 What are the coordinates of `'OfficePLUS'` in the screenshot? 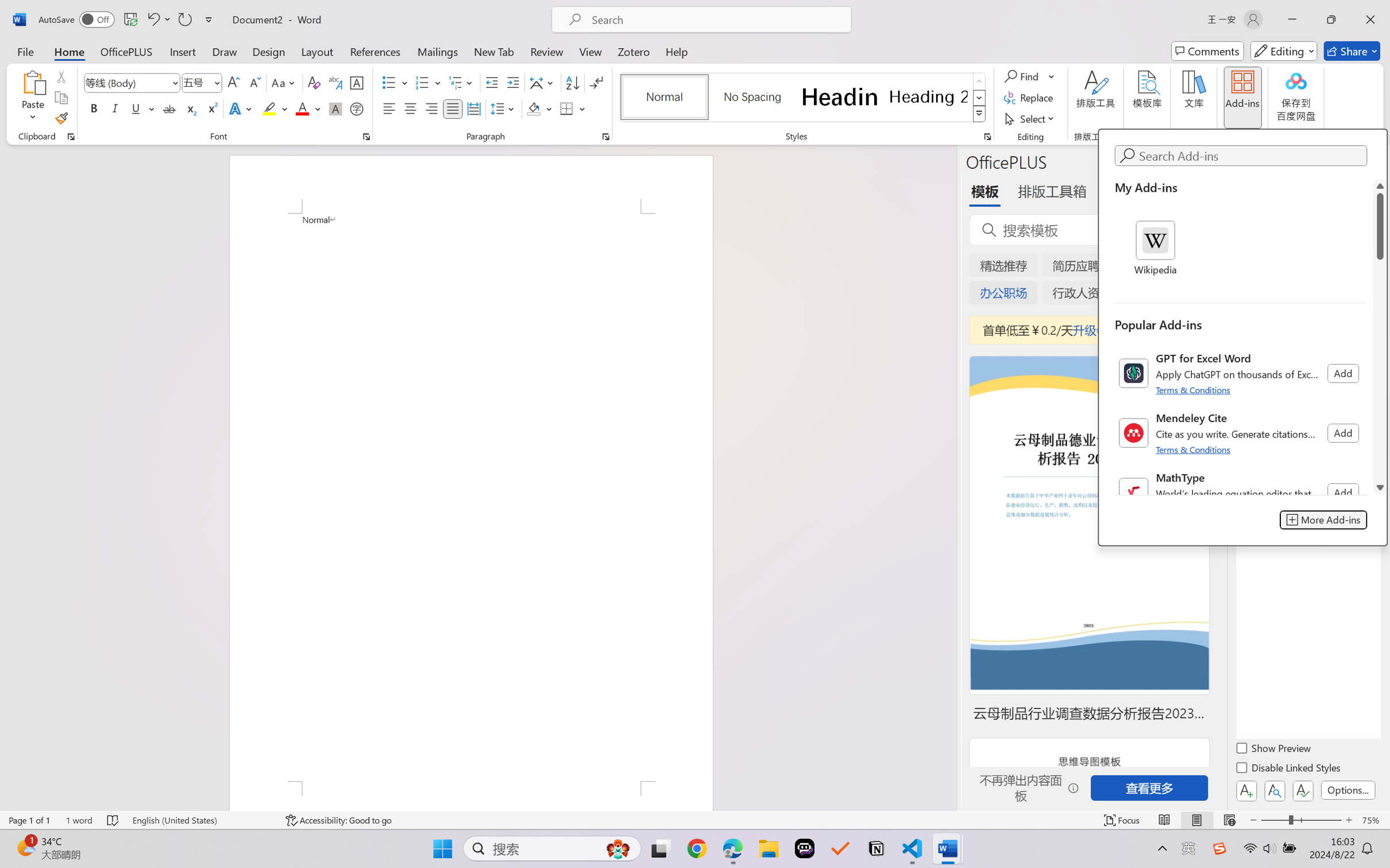 It's located at (125, 51).